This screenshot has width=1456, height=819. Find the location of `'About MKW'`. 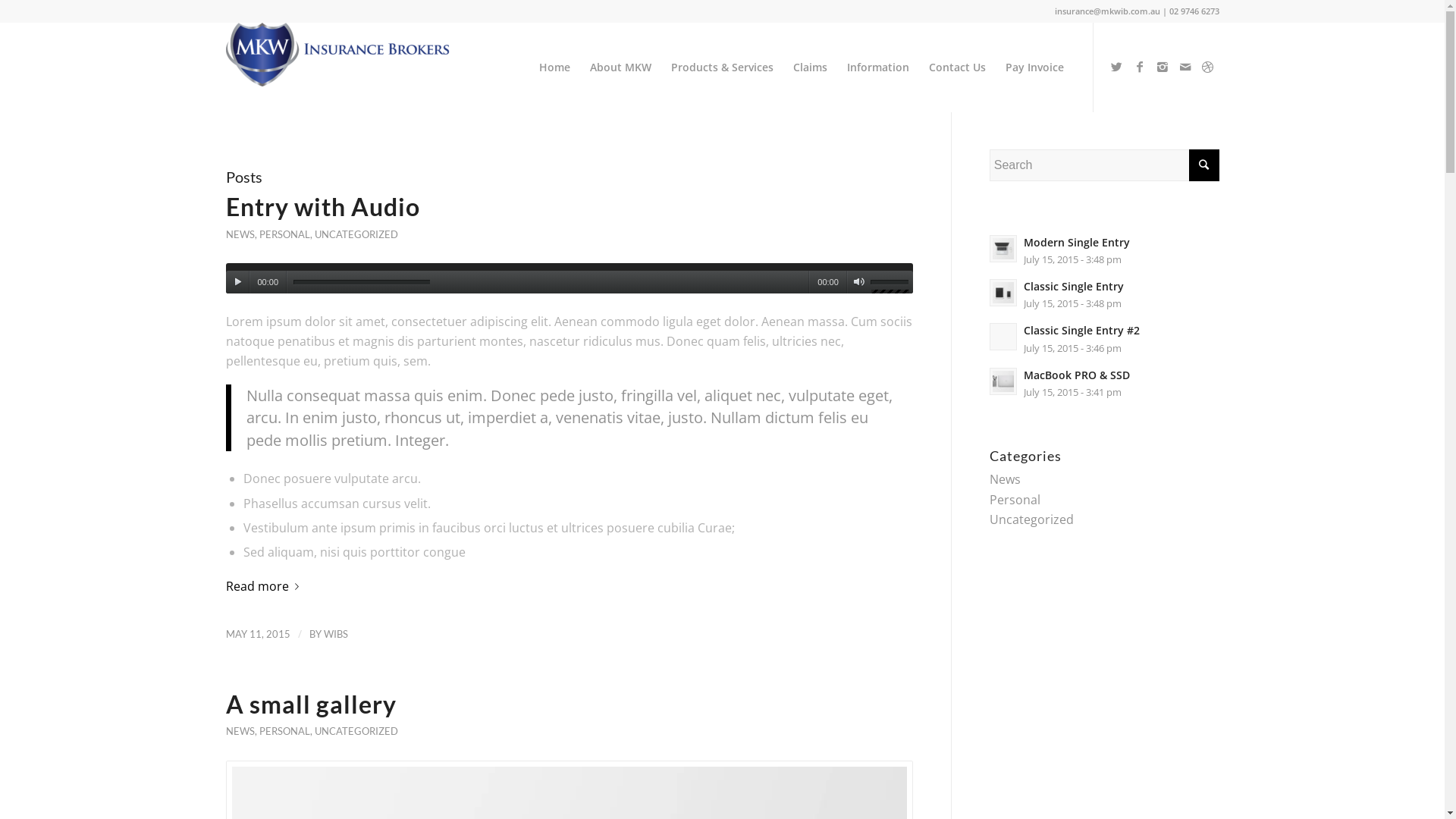

'About MKW' is located at coordinates (620, 66).